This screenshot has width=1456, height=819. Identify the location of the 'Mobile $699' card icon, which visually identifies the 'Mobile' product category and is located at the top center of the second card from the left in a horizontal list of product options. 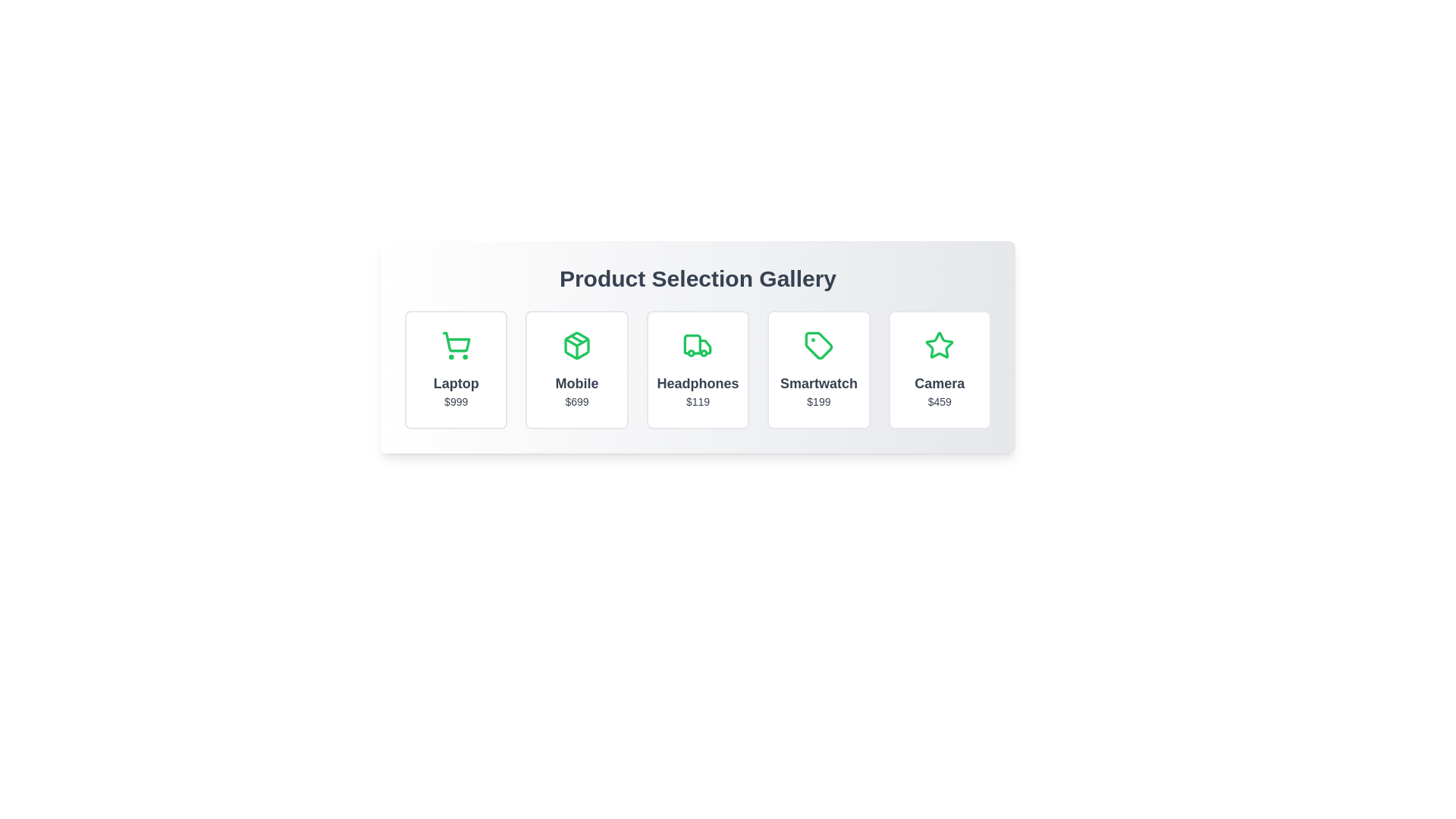
(576, 345).